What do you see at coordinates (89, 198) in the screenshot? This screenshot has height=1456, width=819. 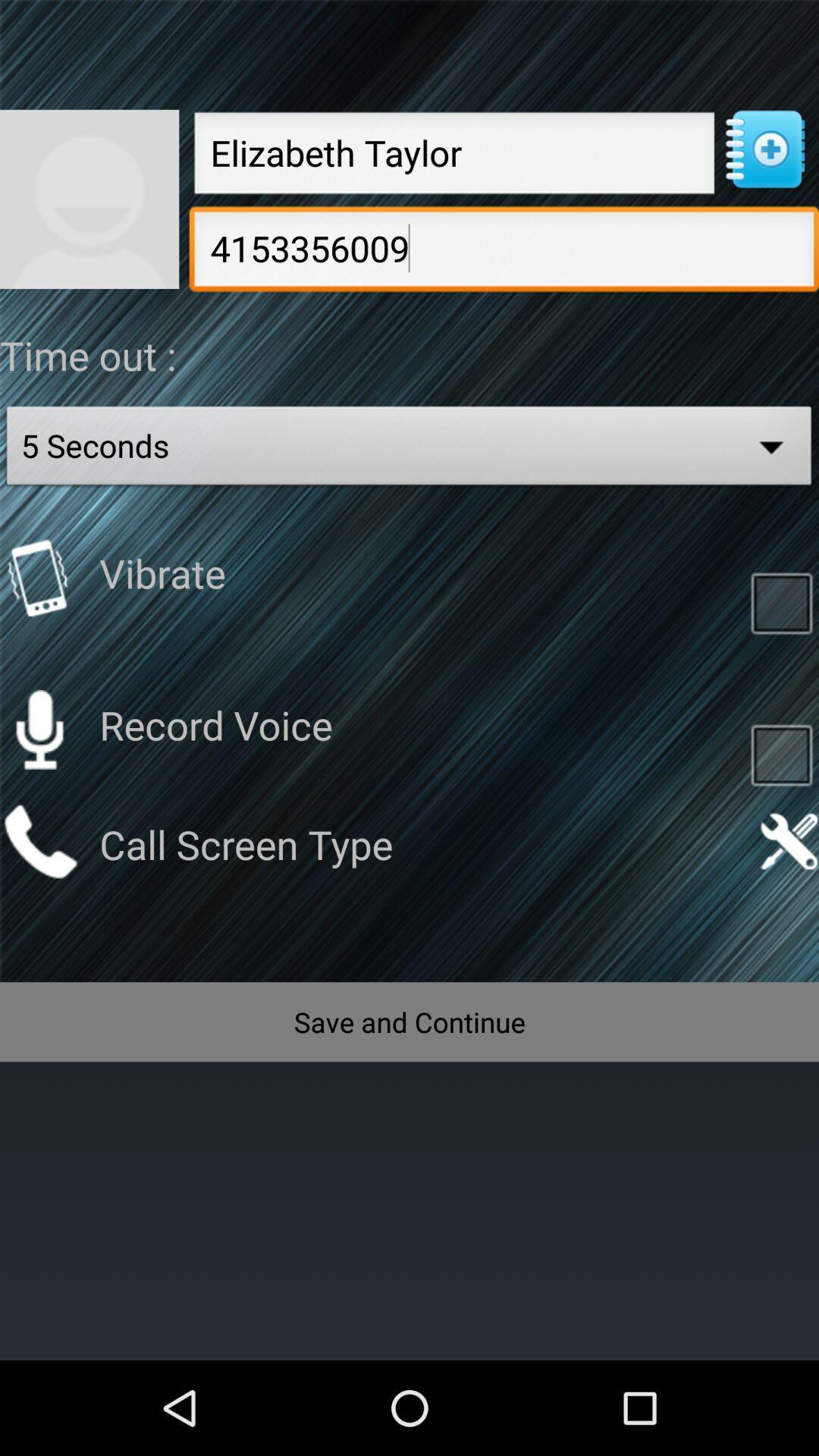 I see `photo` at bounding box center [89, 198].